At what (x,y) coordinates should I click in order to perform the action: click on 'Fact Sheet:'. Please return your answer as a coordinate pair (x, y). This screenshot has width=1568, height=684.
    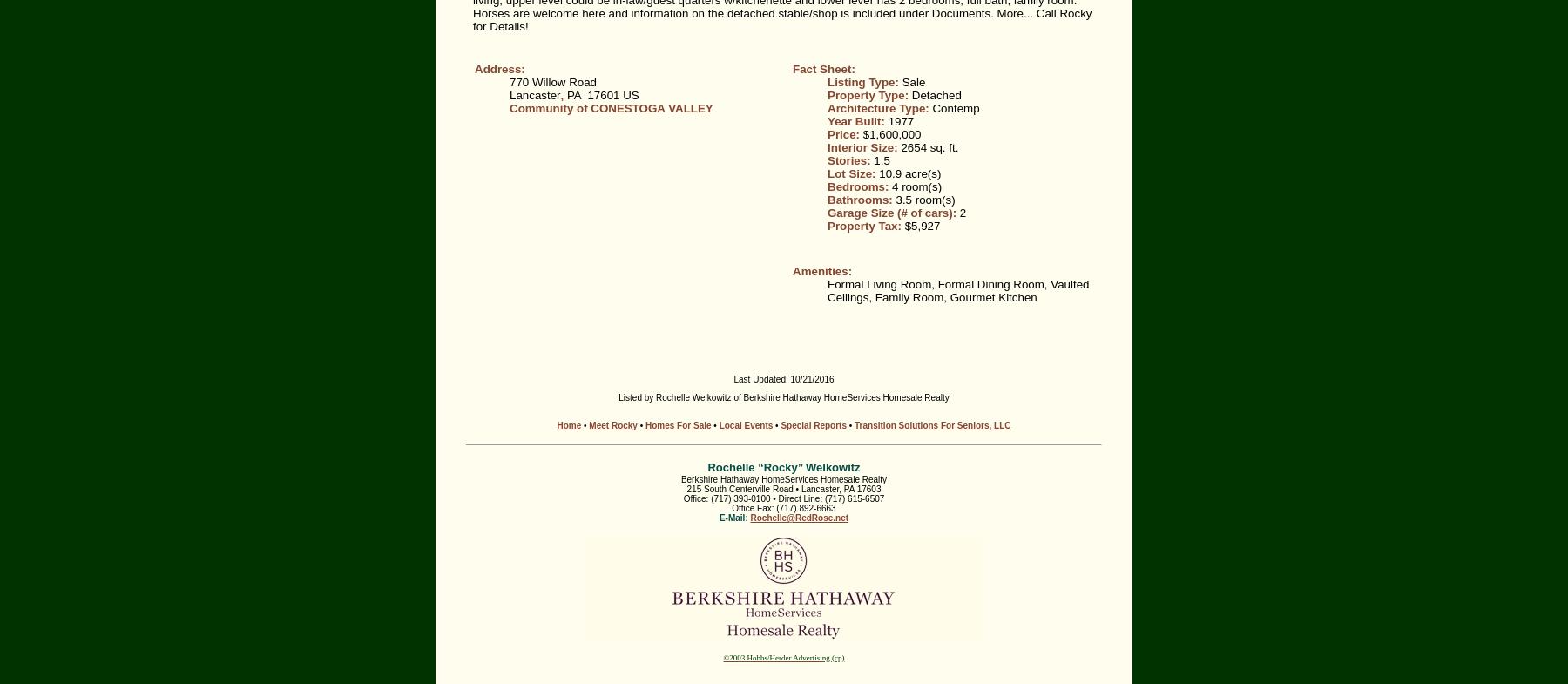
    Looking at the image, I should click on (822, 68).